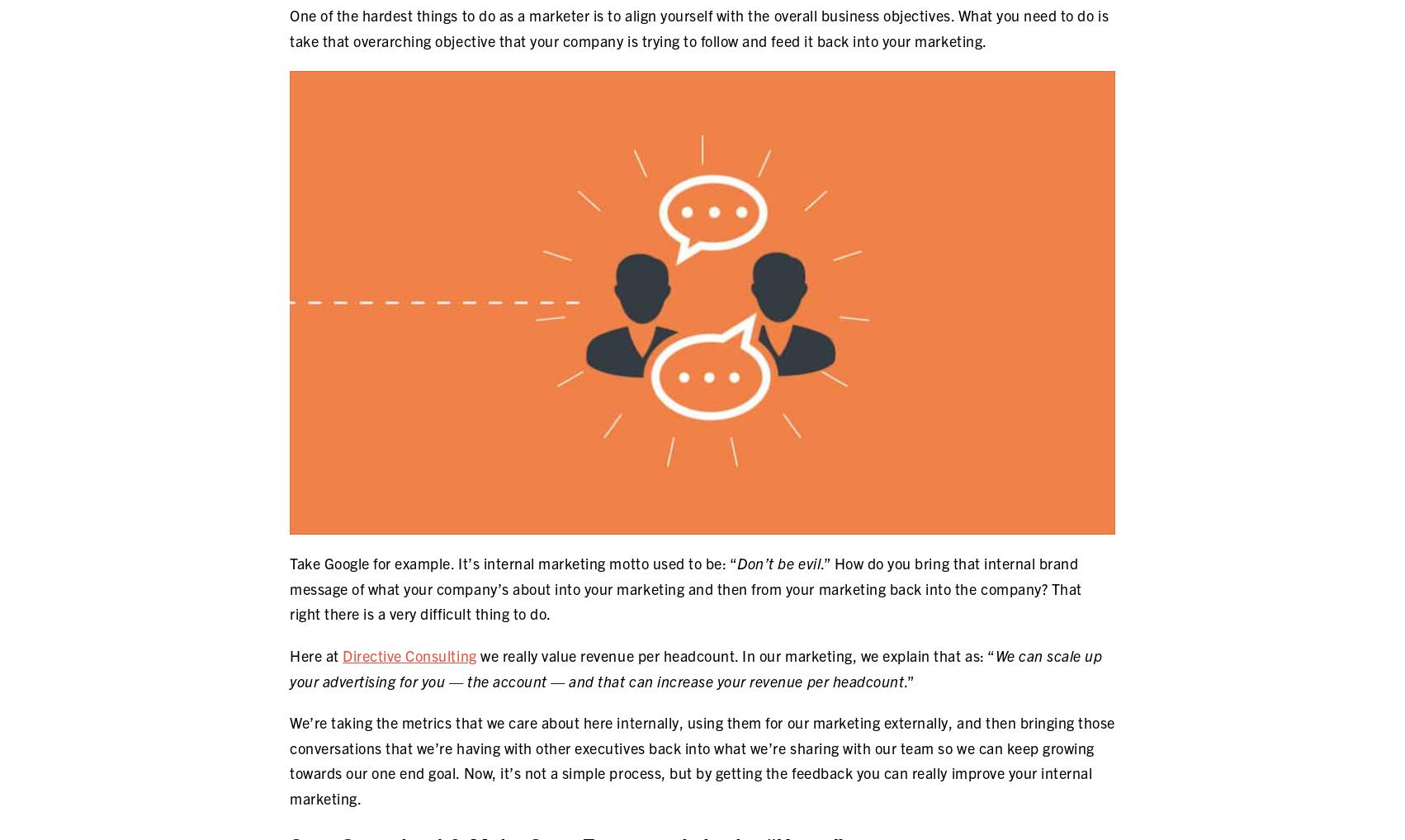 The width and height of the screenshot is (1405, 840). I want to click on 'we really value revenue per headcount. In our marketing, we explain that as: “', so click(735, 654).